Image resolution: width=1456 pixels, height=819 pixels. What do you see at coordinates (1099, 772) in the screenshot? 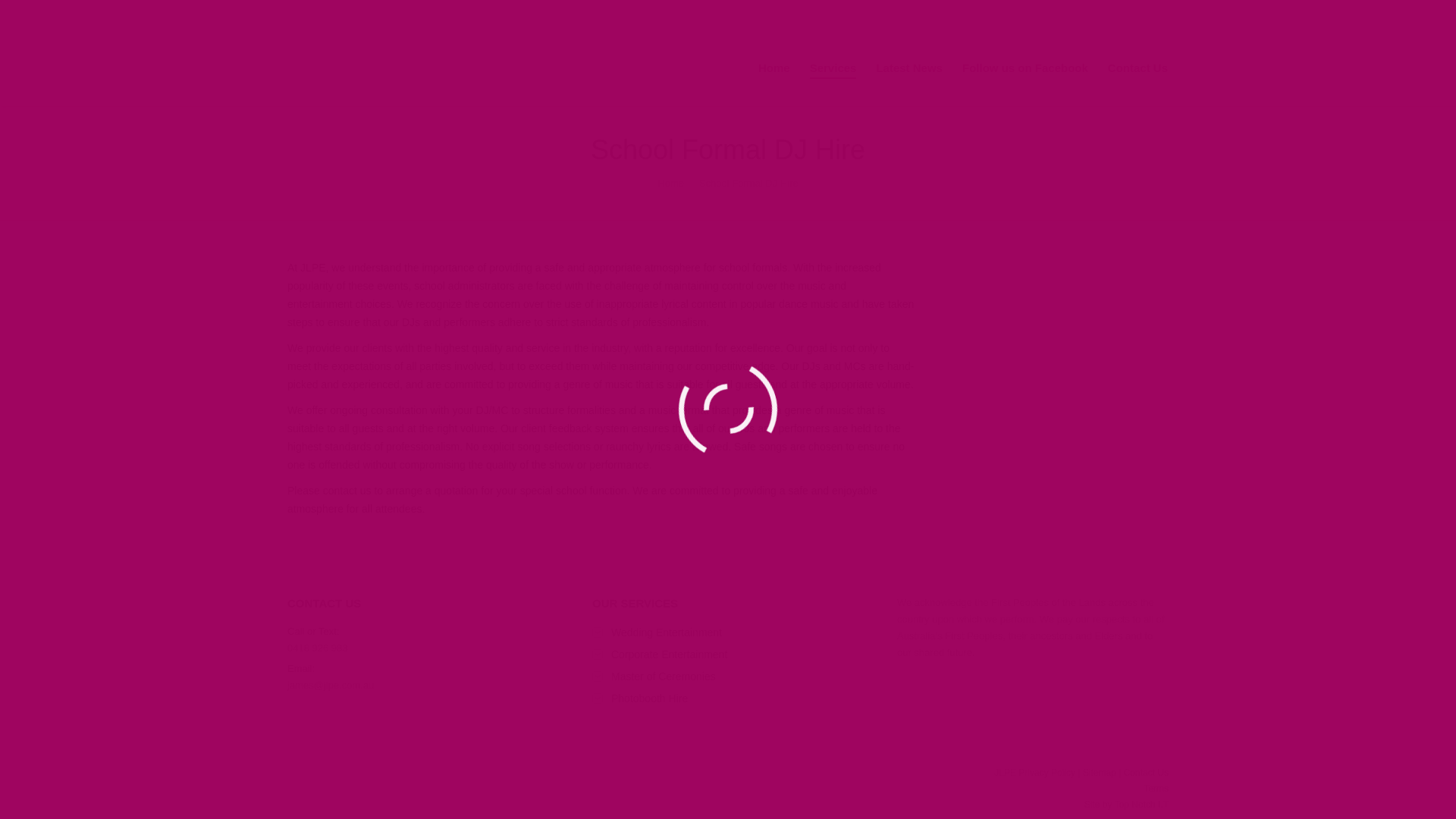
I see `'Sitemap'` at bounding box center [1099, 772].